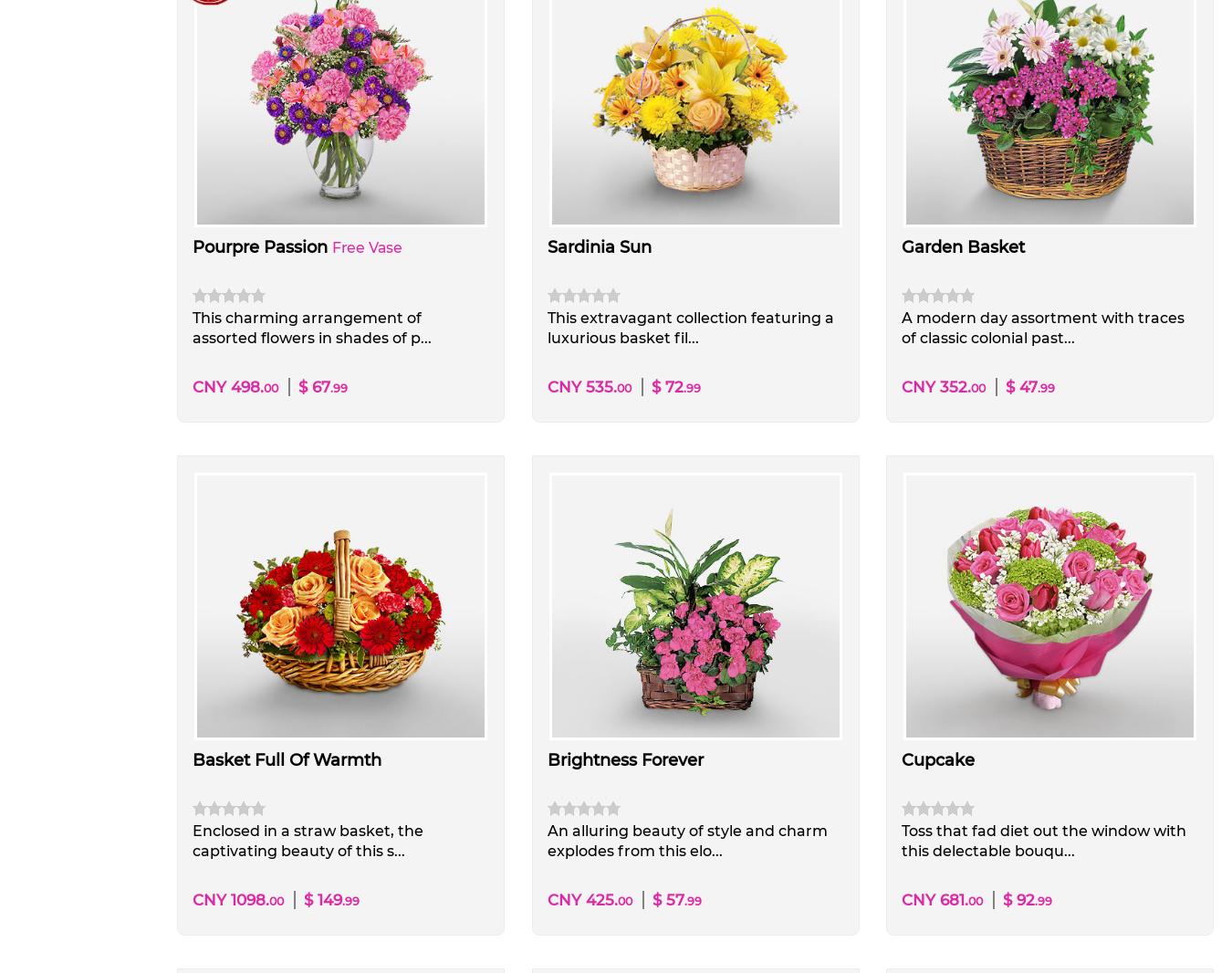 The width and height of the screenshot is (1232, 973). I want to click on 'Cupcake', so click(936, 759).